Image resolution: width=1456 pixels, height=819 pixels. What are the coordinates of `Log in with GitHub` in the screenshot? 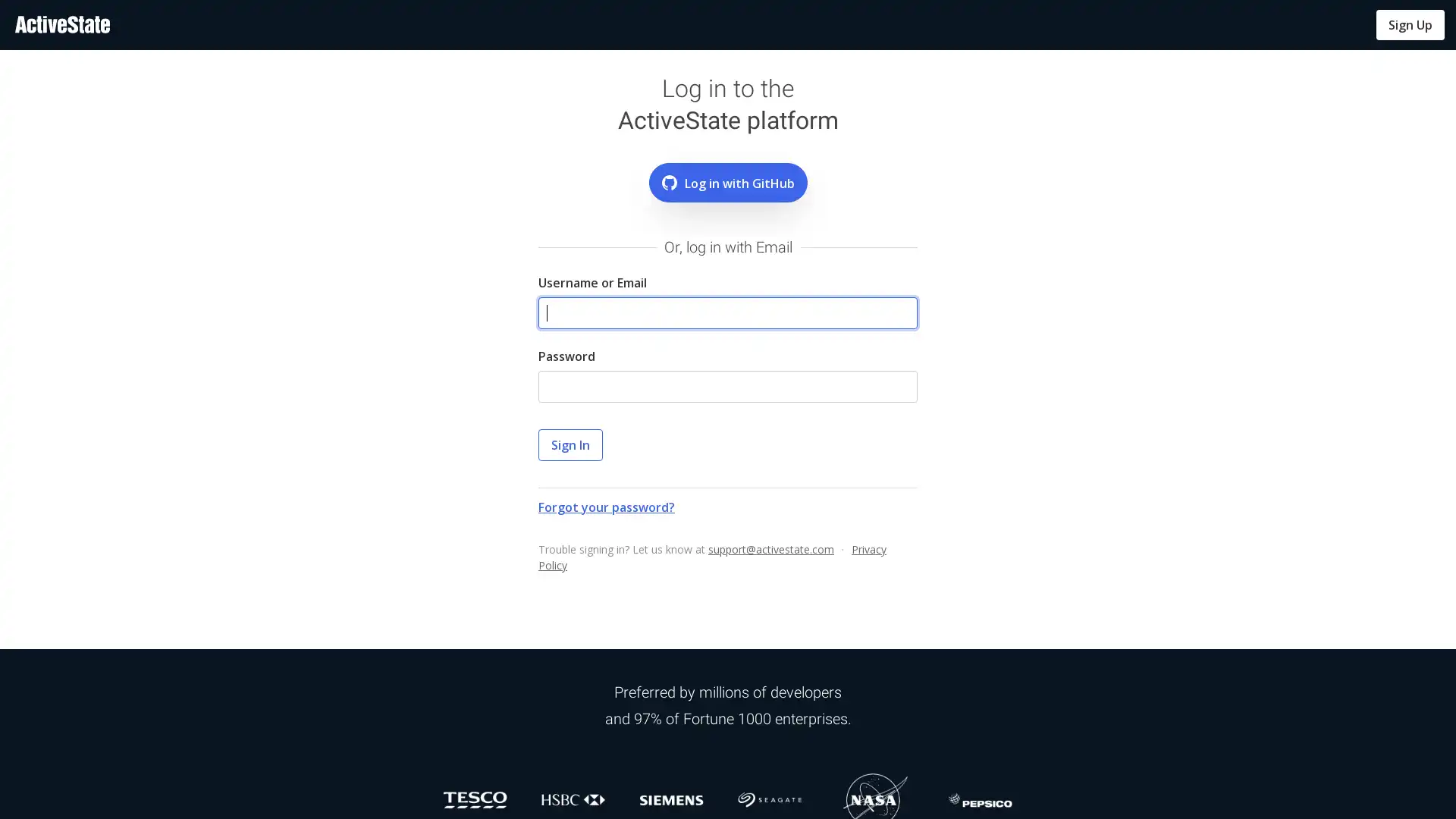 It's located at (726, 181).